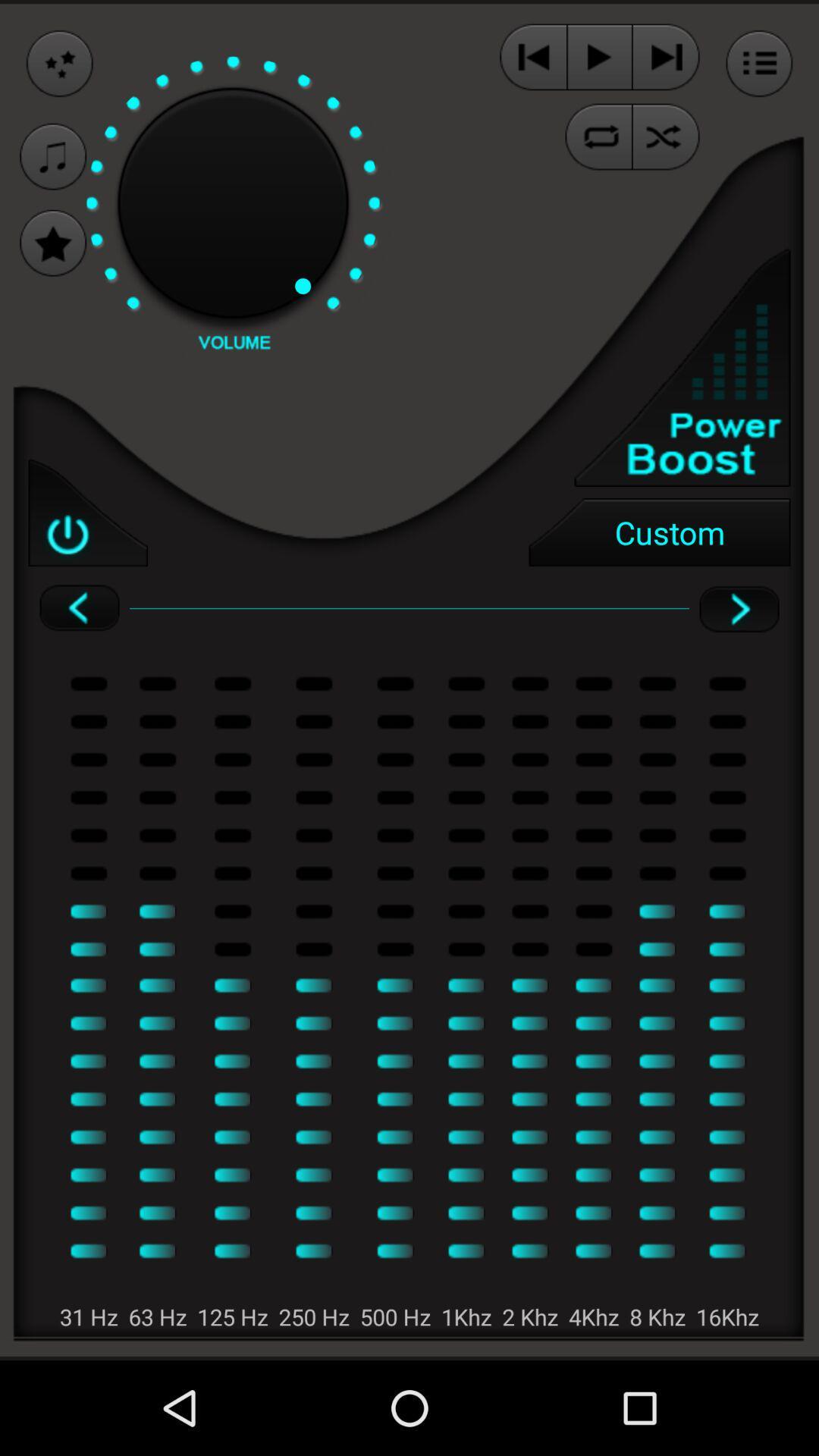  I want to click on the list icon, so click(759, 67).